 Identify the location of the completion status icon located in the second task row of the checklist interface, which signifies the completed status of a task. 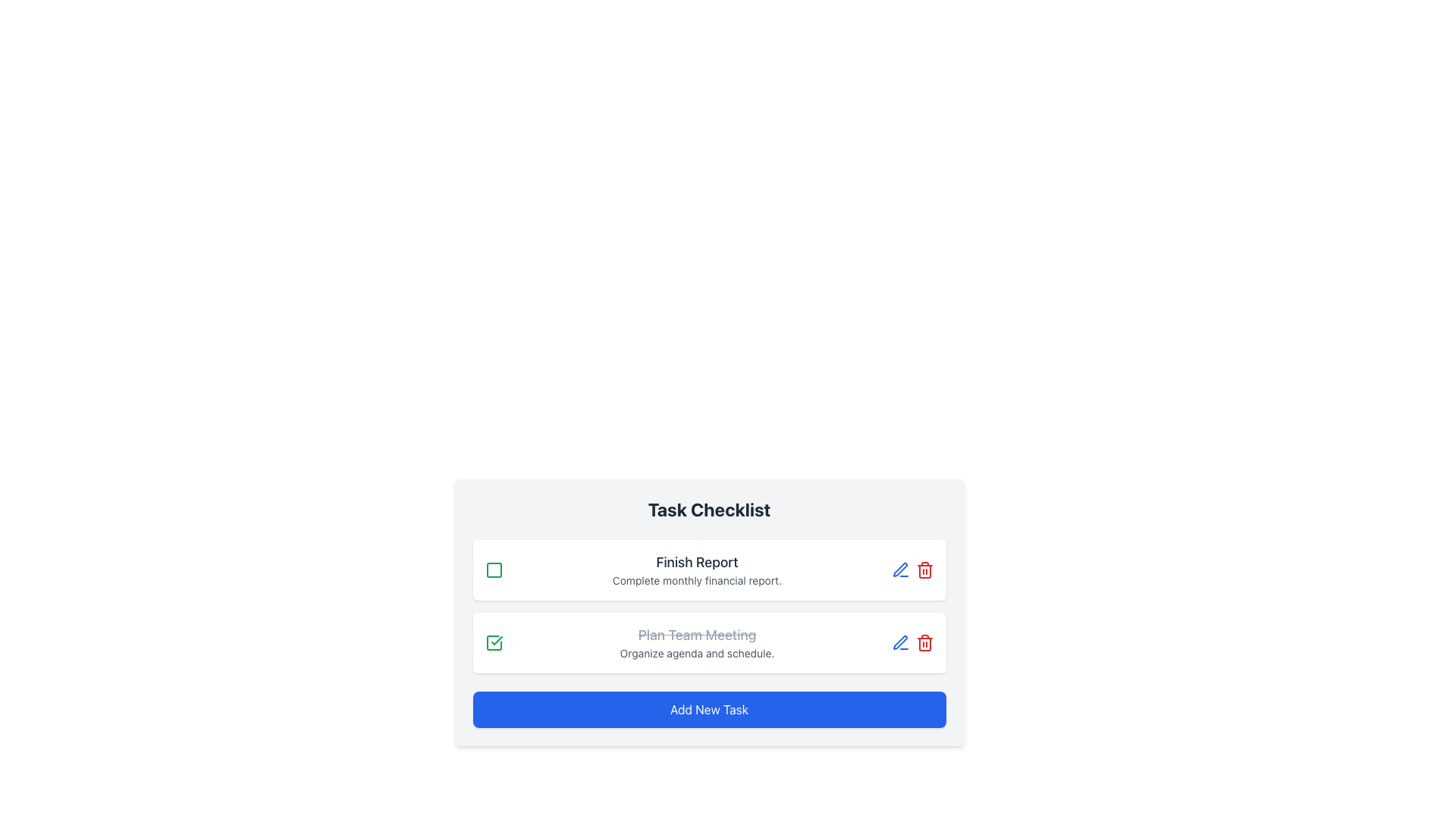
(496, 640).